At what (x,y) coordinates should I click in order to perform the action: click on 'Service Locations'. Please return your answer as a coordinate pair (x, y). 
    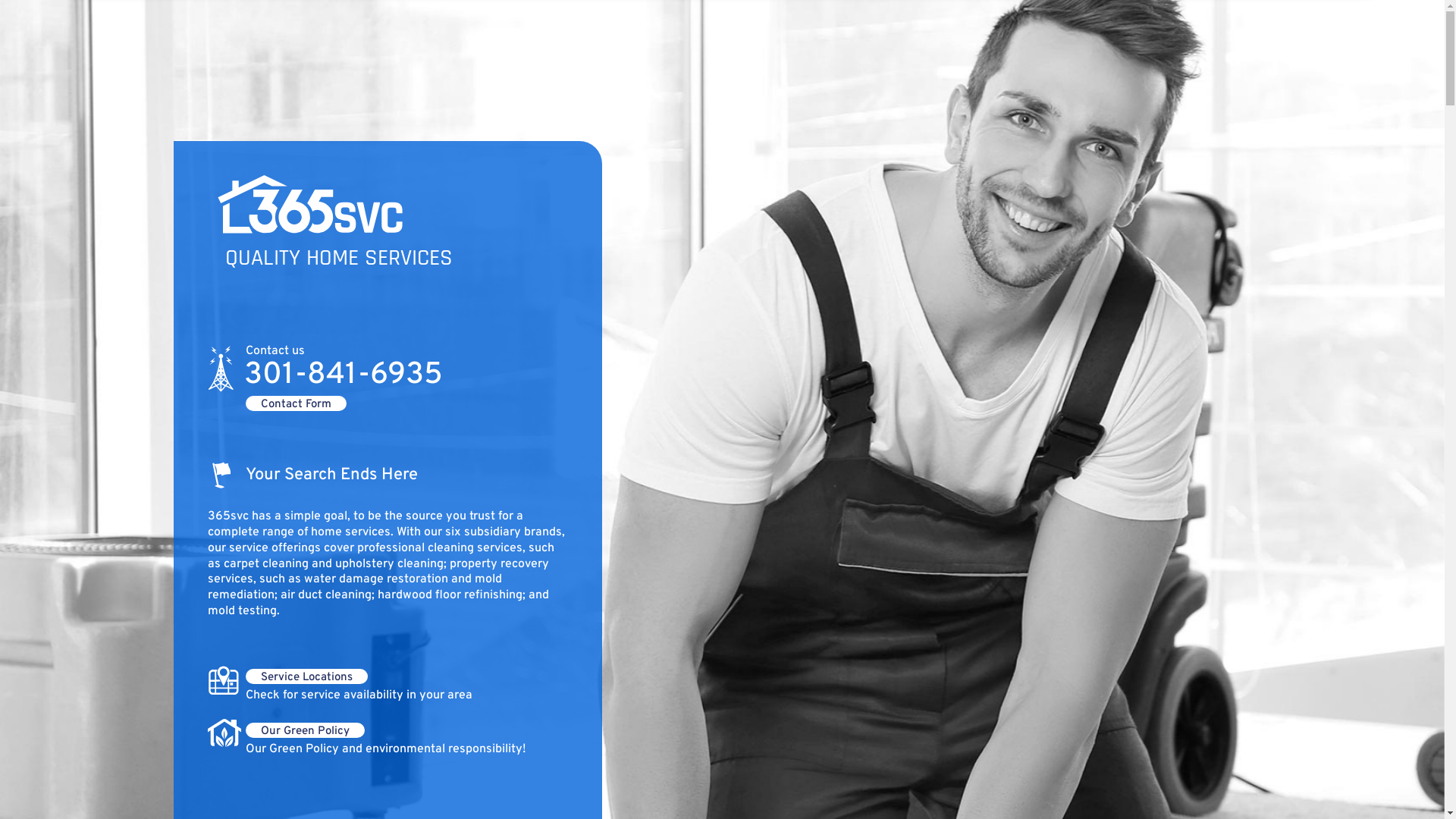
    Looking at the image, I should click on (306, 675).